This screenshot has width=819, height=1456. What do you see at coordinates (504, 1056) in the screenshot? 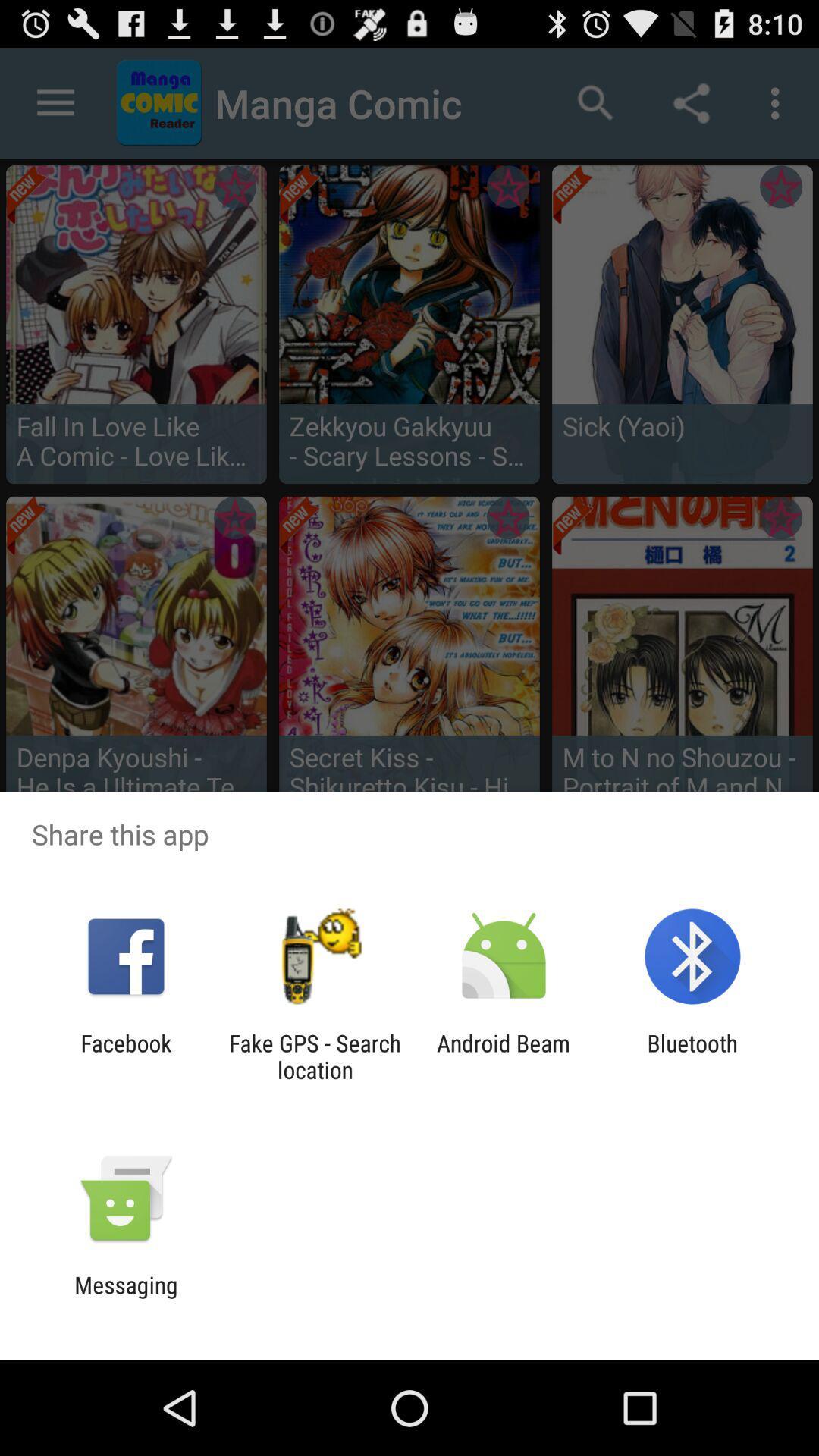
I see `the app to the left of the bluetooth icon` at bounding box center [504, 1056].